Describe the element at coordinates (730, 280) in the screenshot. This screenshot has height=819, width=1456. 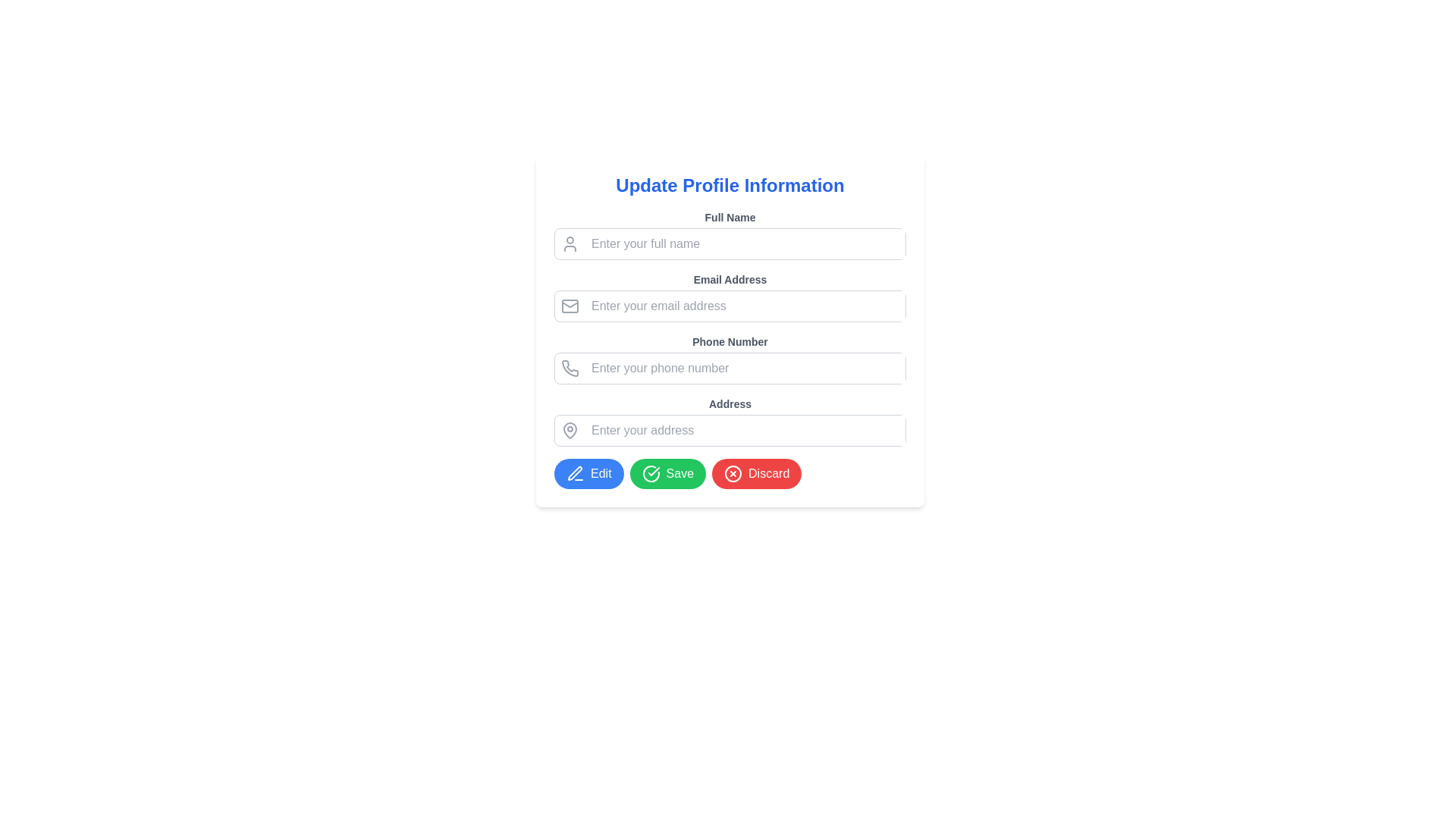
I see `the label for the email input field located under the 'Full Name' label in the 'Update Profile Information' section` at that location.